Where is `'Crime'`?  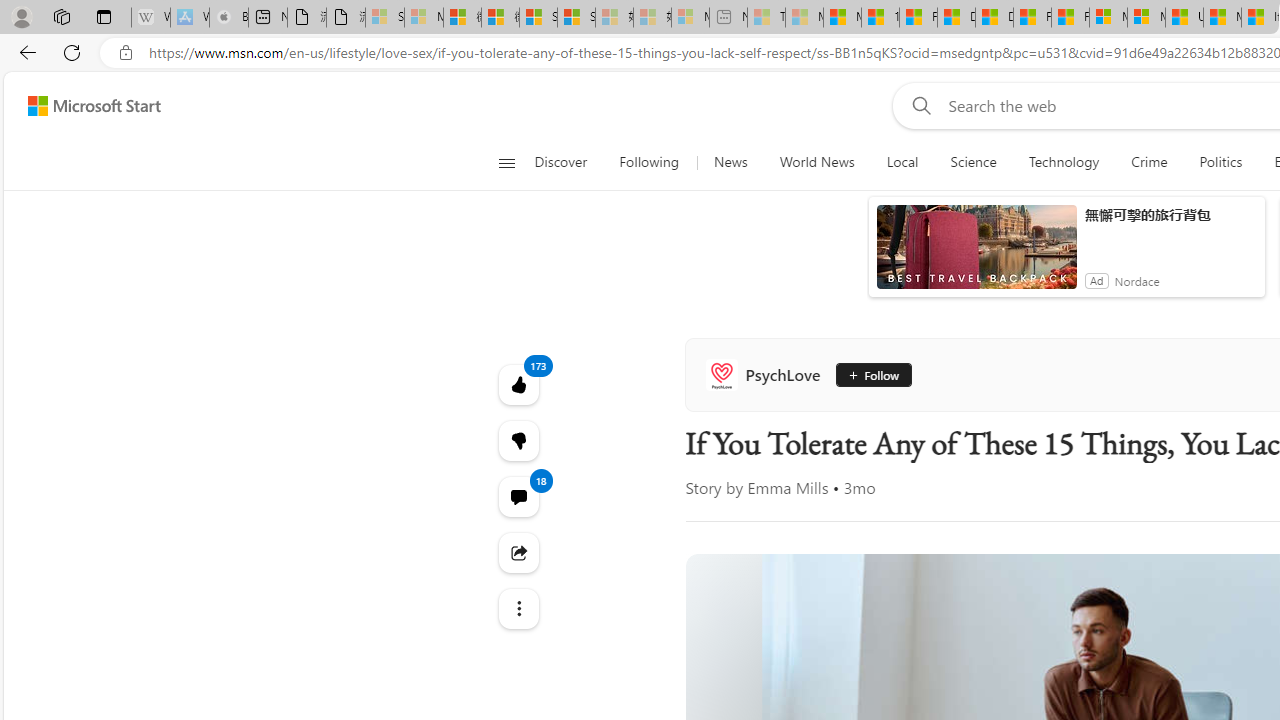
'Crime' is located at coordinates (1149, 162).